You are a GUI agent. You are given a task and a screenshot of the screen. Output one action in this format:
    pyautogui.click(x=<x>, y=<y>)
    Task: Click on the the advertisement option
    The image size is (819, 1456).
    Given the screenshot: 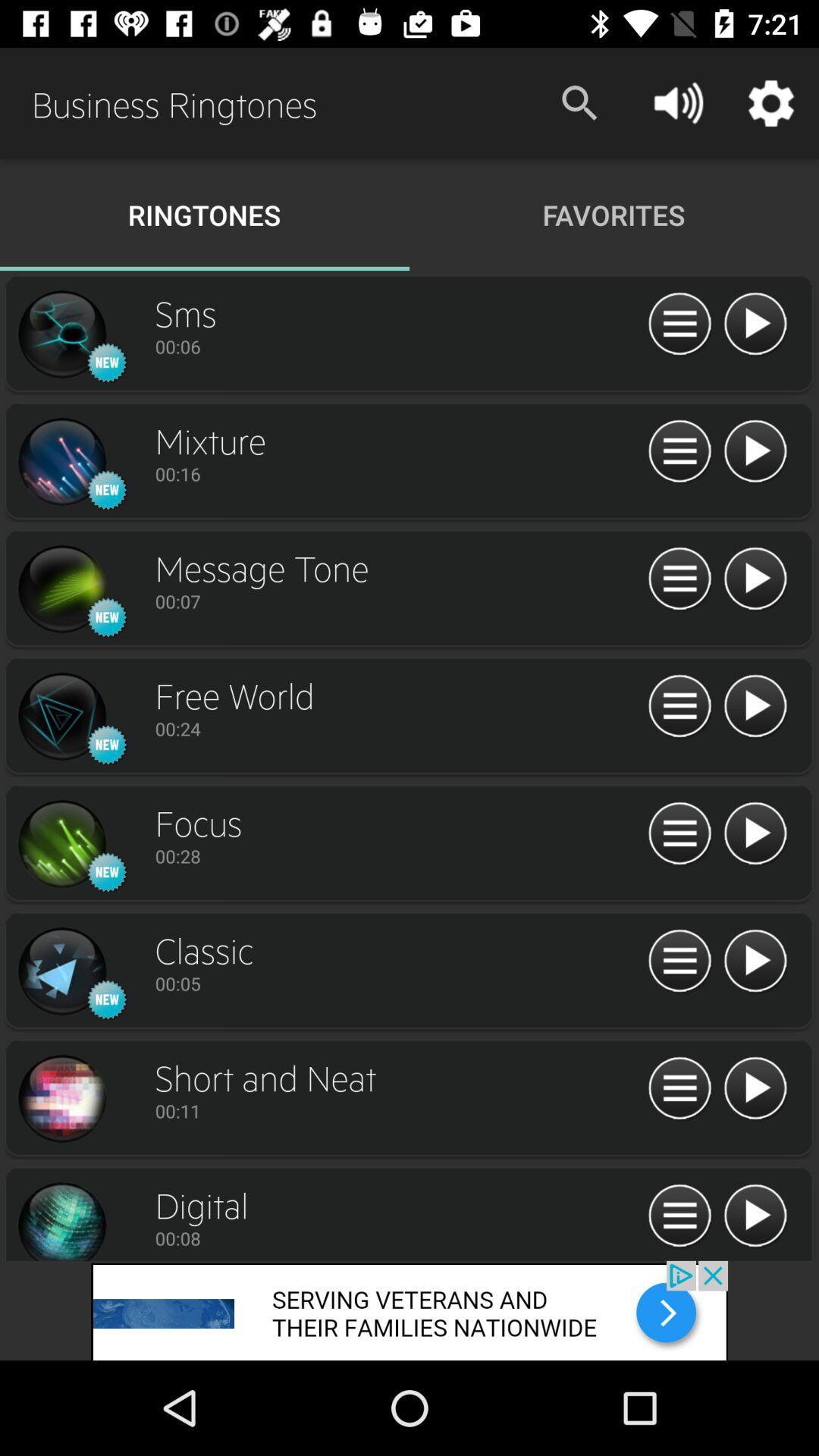 What is the action you would take?
    pyautogui.click(x=679, y=961)
    